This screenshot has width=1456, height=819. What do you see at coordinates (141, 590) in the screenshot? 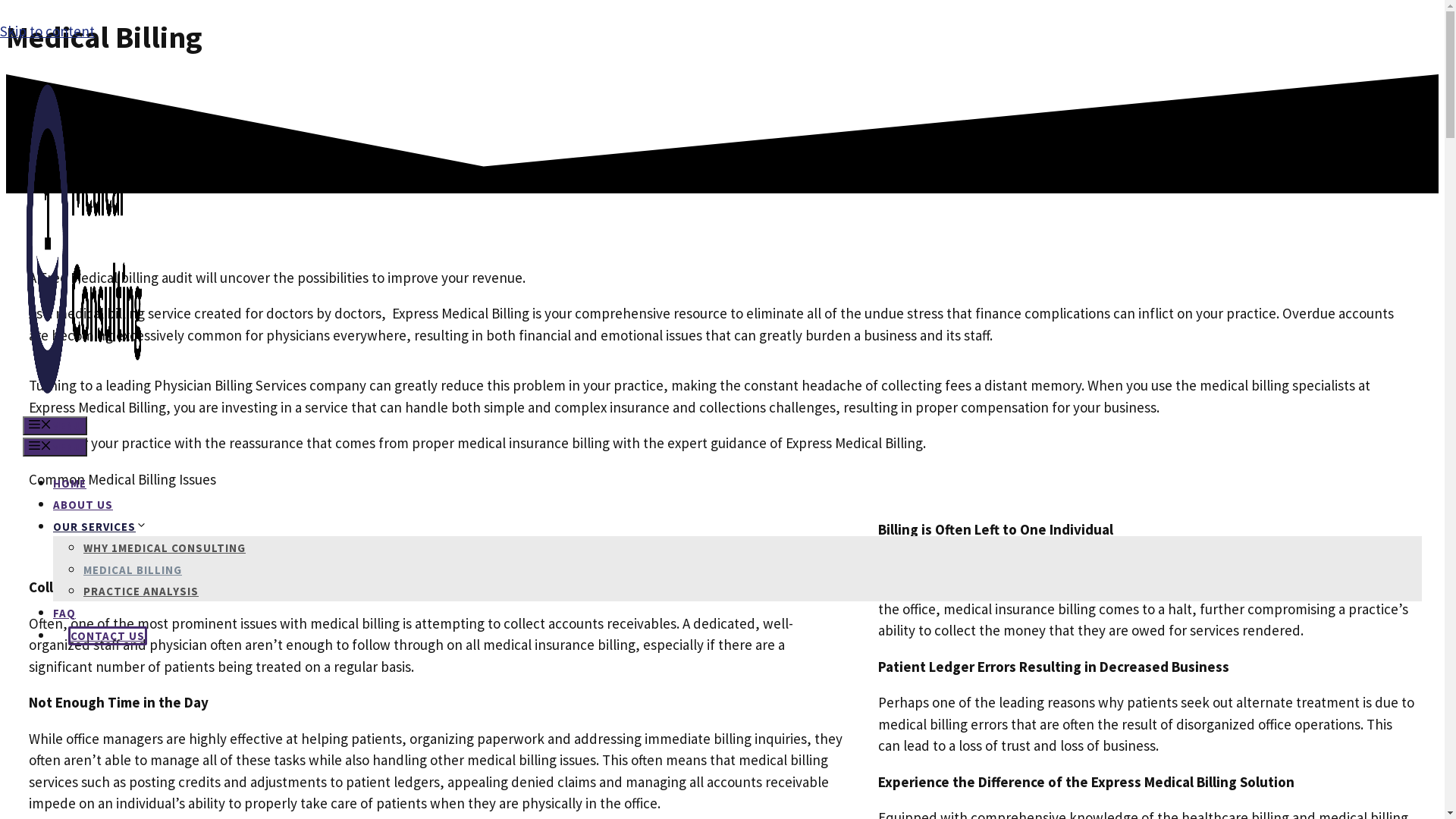
I see `'PRACTICE ANALYSIS'` at bounding box center [141, 590].